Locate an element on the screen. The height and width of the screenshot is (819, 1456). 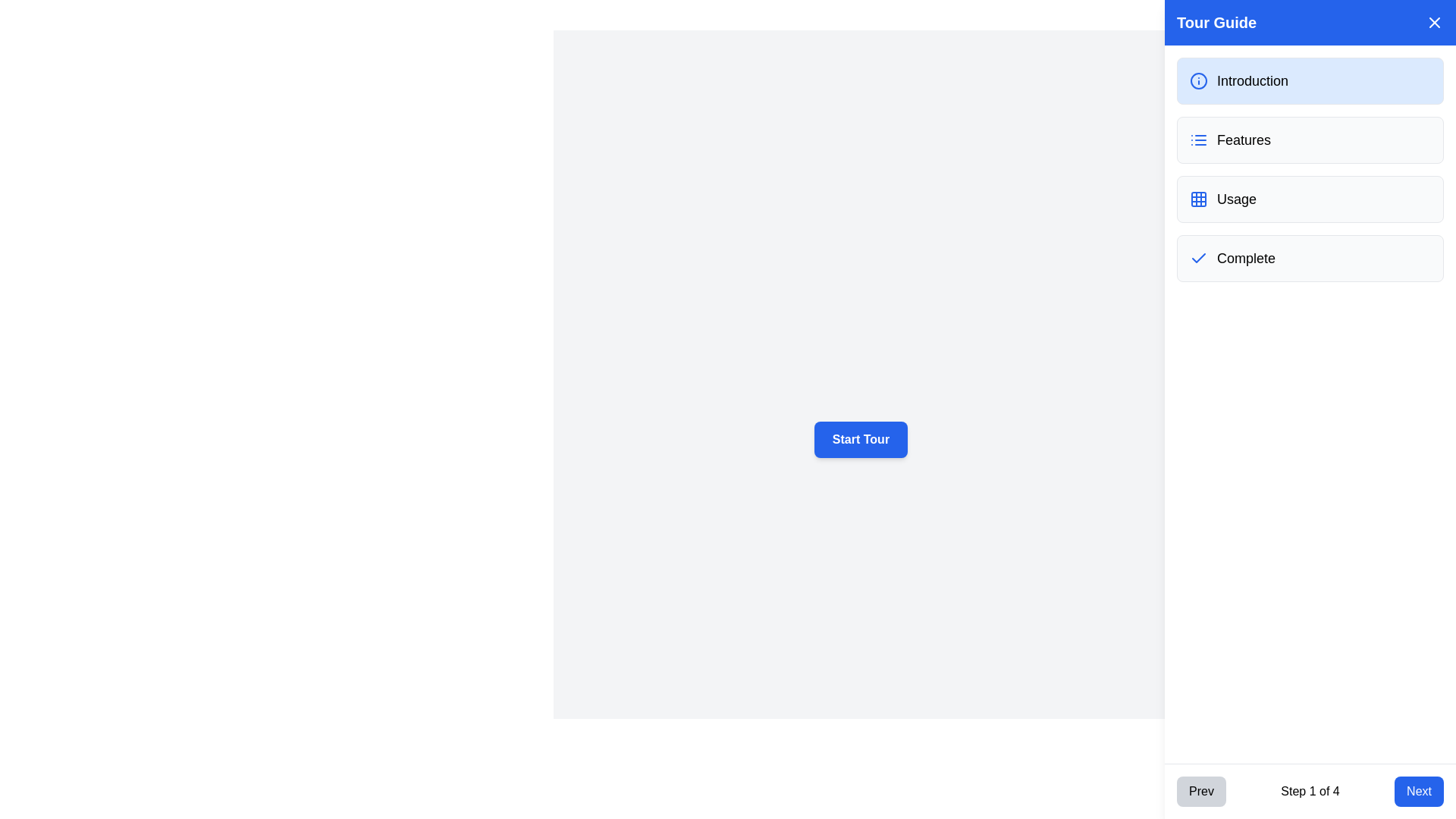
the blue grid-like icon composed of nine square cells arranged in a 3x3 pattern, located to the left of the text 'Usage' in the sidebar menu is located at coordinates (1197, 198).